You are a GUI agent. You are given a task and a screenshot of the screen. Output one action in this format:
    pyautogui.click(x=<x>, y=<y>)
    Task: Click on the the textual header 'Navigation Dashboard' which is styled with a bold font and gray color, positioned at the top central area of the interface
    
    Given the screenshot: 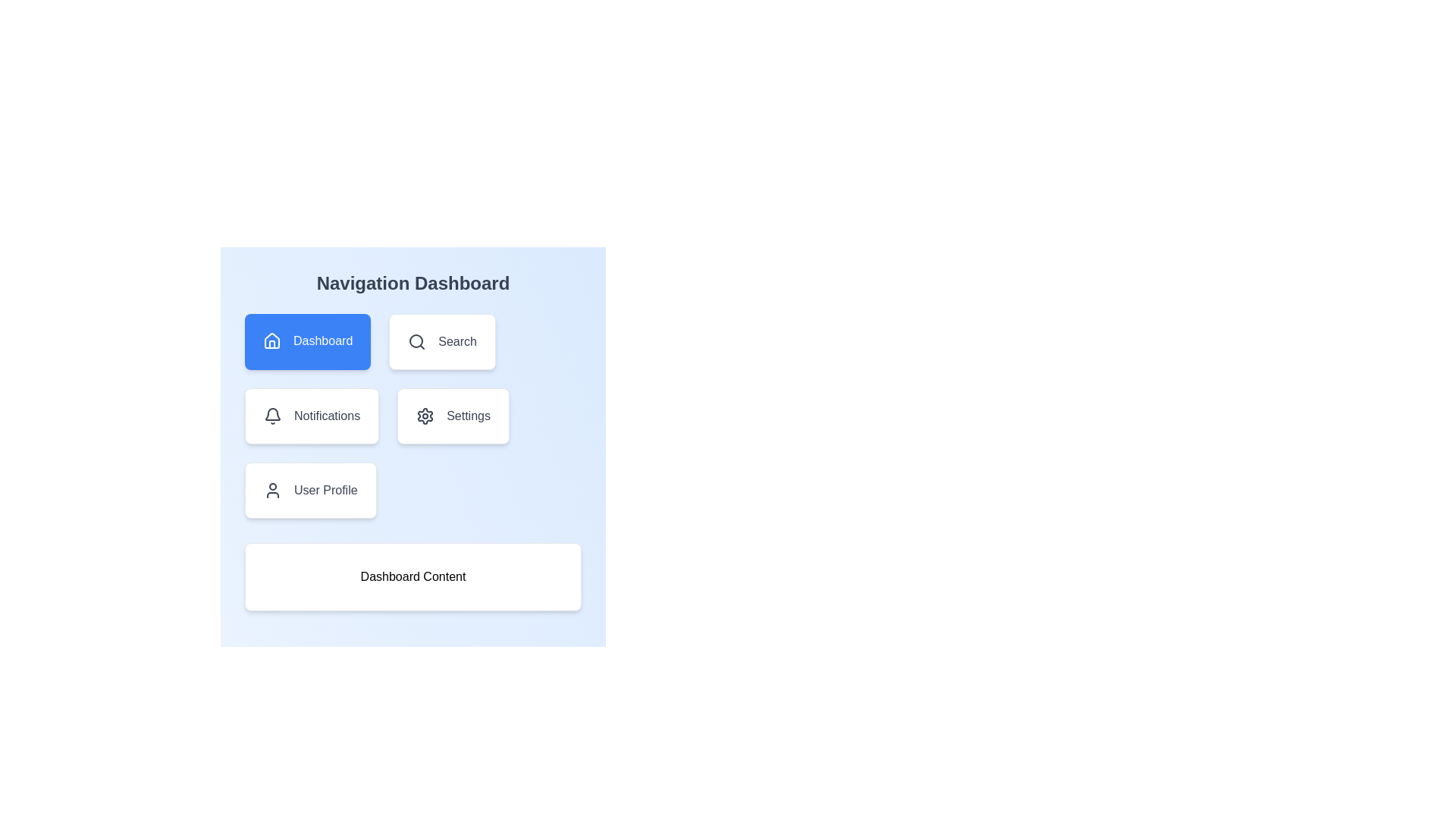 What is the action you would take?
    pyautogui.click(x=413, y=284)
    